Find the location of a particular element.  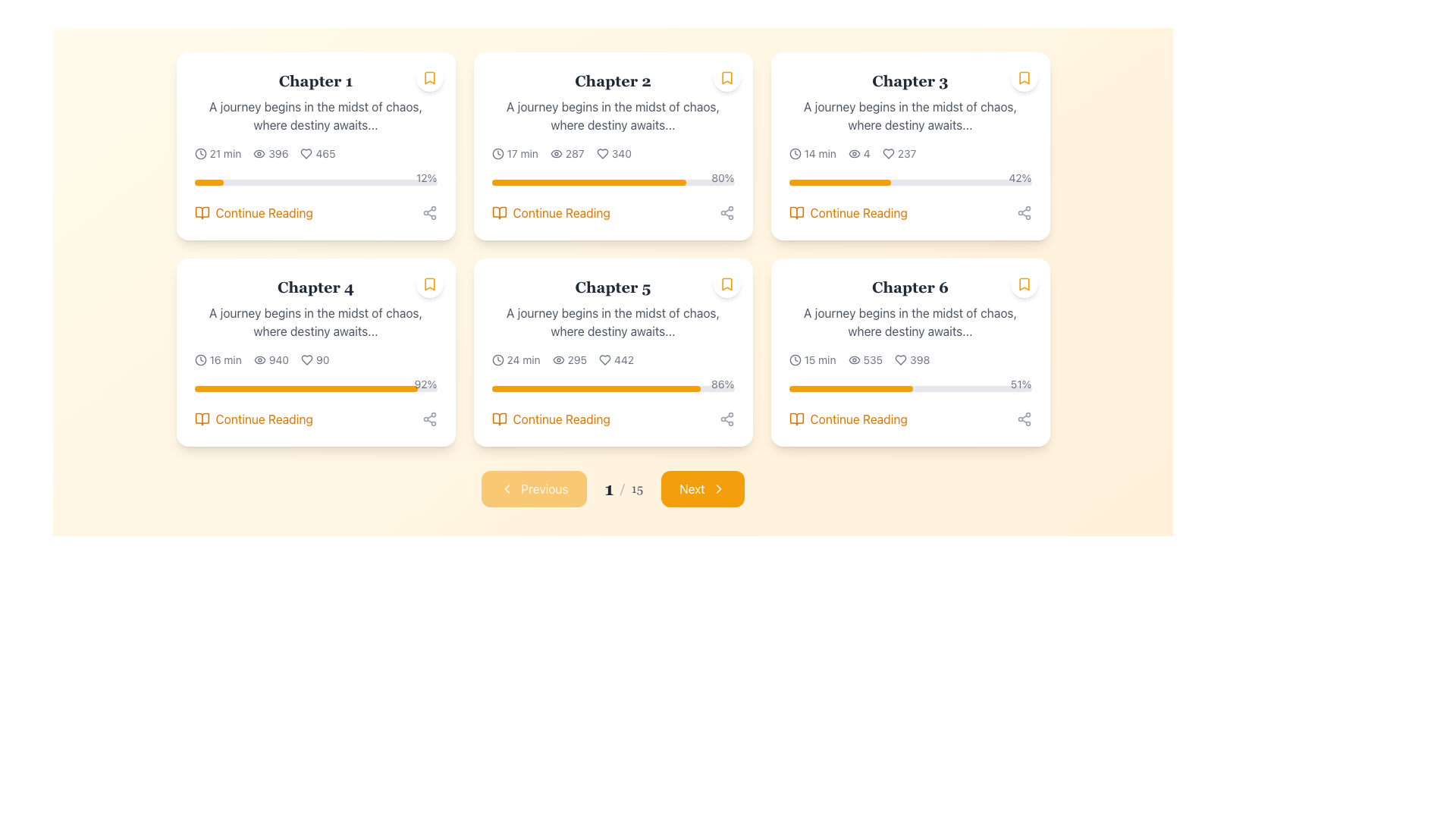

the Header text element displaying 'Chapter 1' with a subtitle in a white card, located at the top-left corner of the grid of six cards is located at coordinates (315, 102).